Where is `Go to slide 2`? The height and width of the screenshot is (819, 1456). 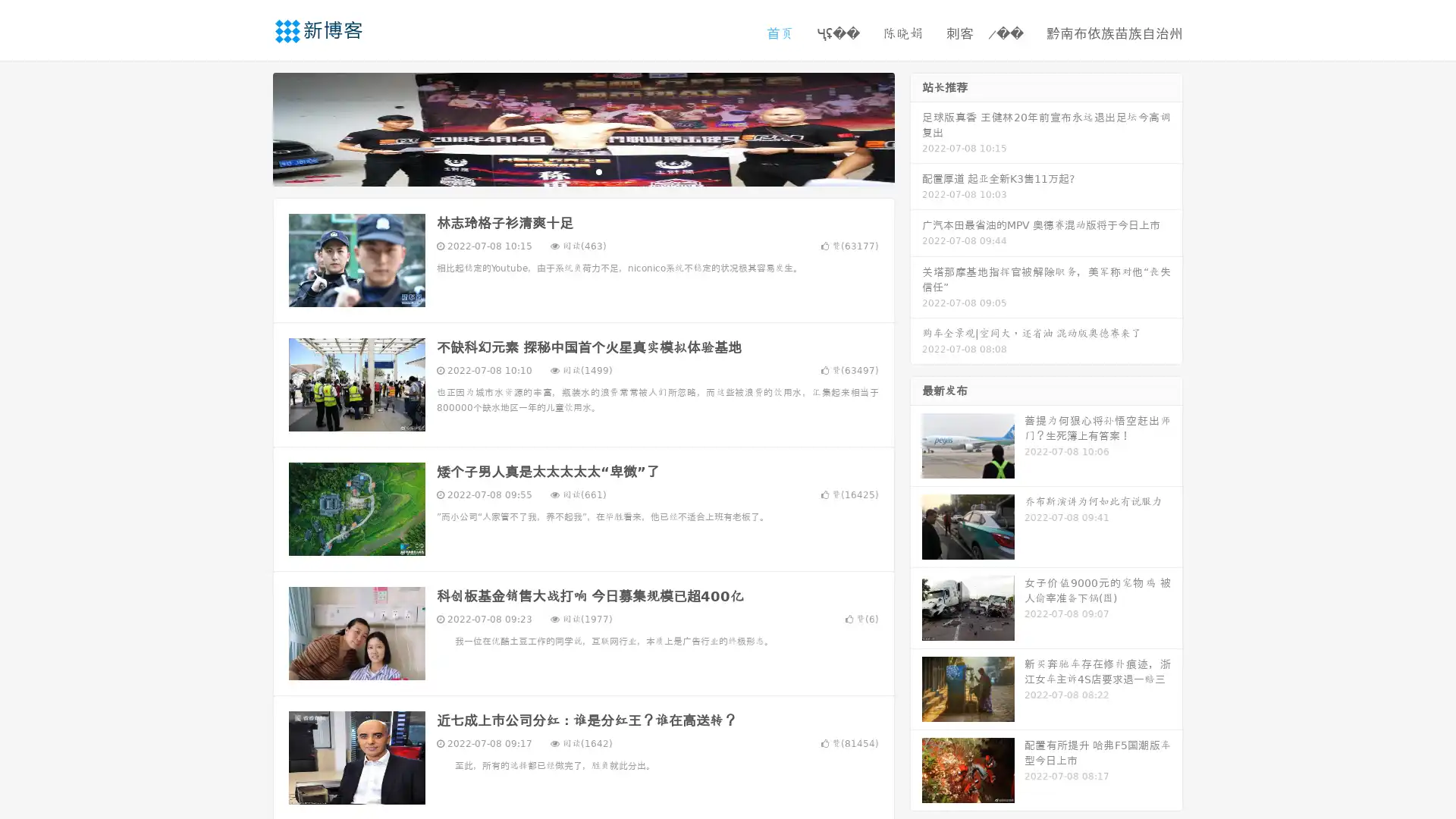 Go to slide 2 is located at coordinates (582, 171).